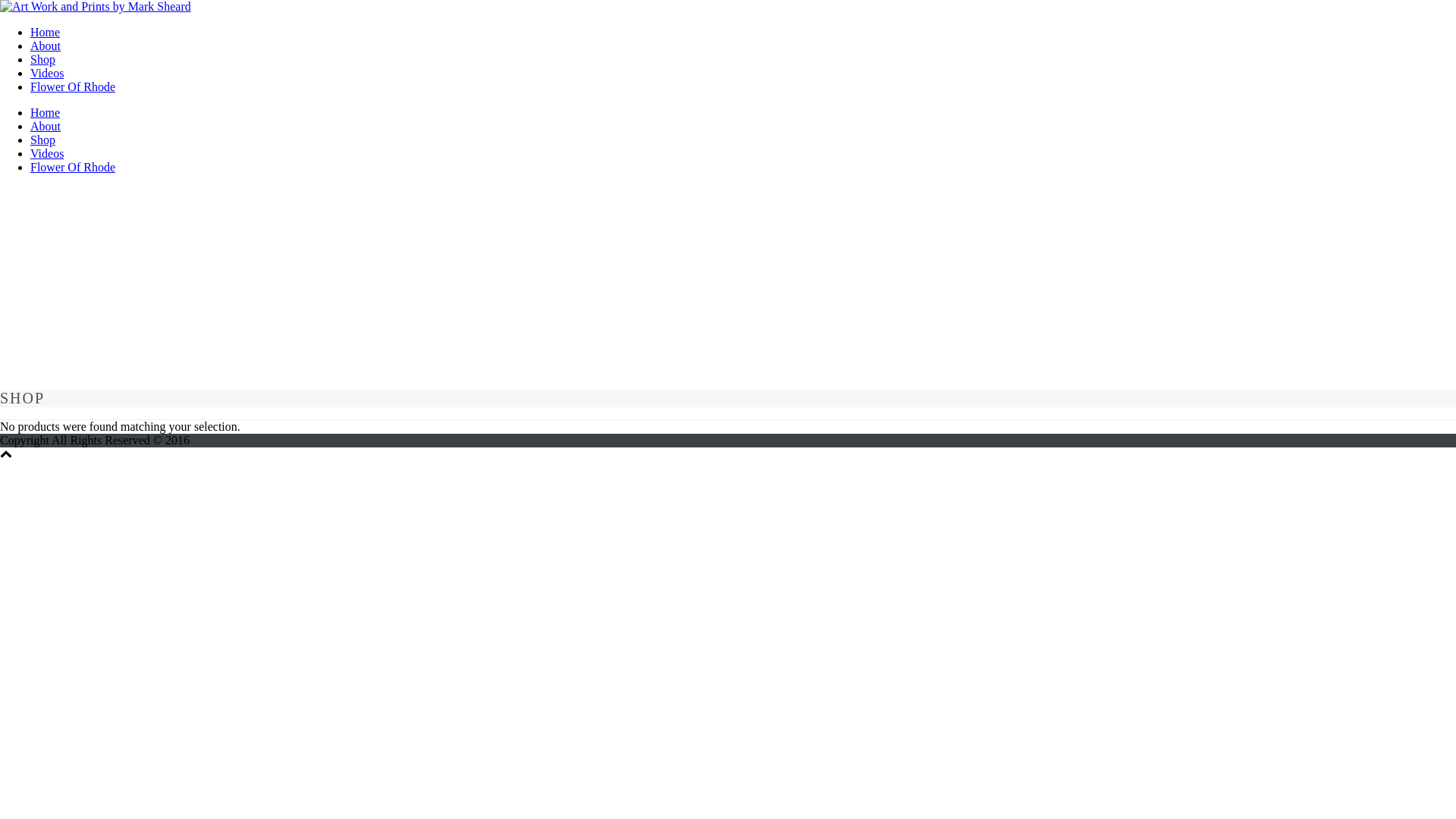 The height and width of the screenshot is (819, 1456). I want to click on 'Shop', so click(30, 58).